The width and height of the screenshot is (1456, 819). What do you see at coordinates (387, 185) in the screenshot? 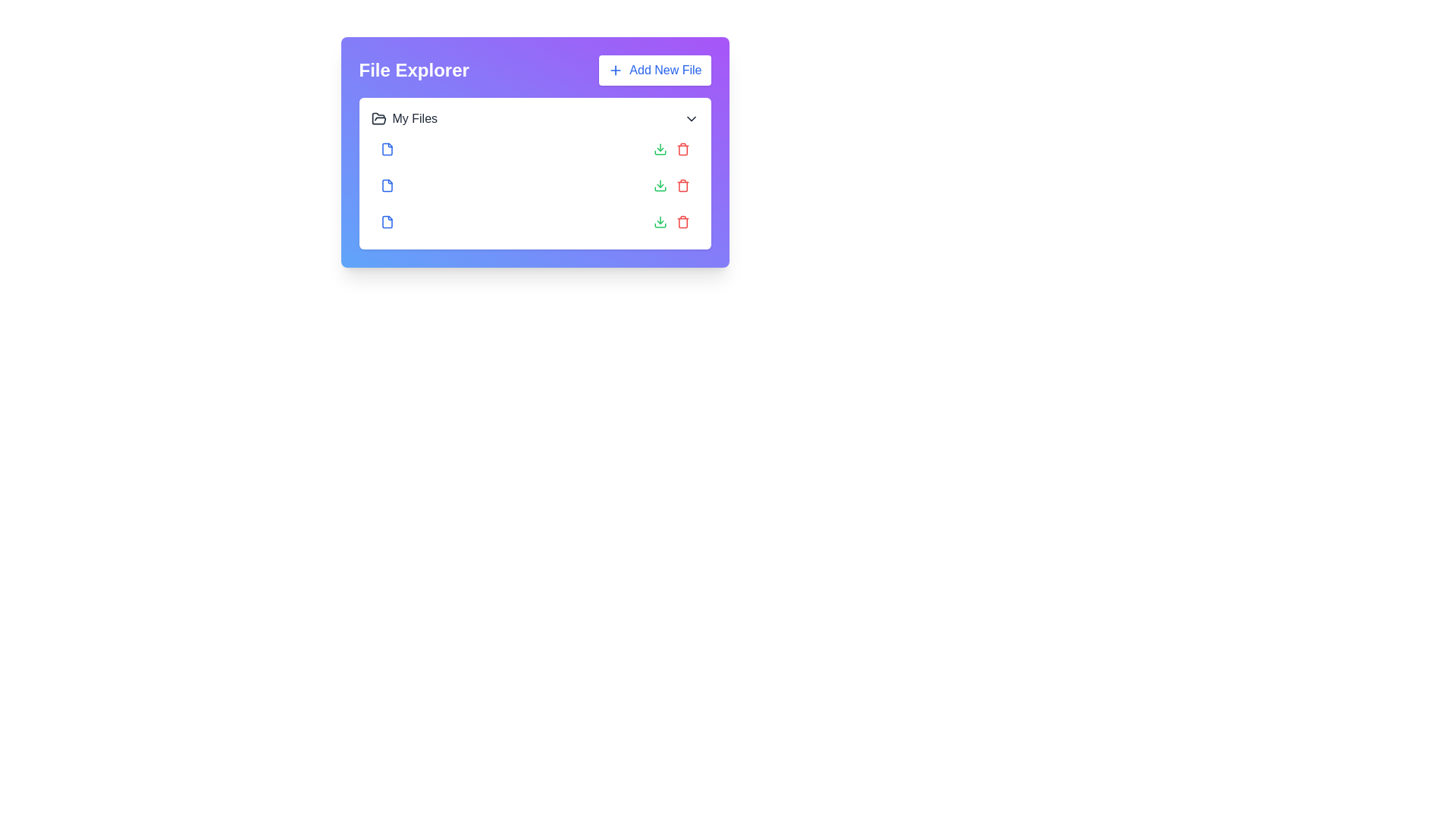
I see `the file icon representing 'Meeting_Notes.txt'` at bounding box center [387, 185].